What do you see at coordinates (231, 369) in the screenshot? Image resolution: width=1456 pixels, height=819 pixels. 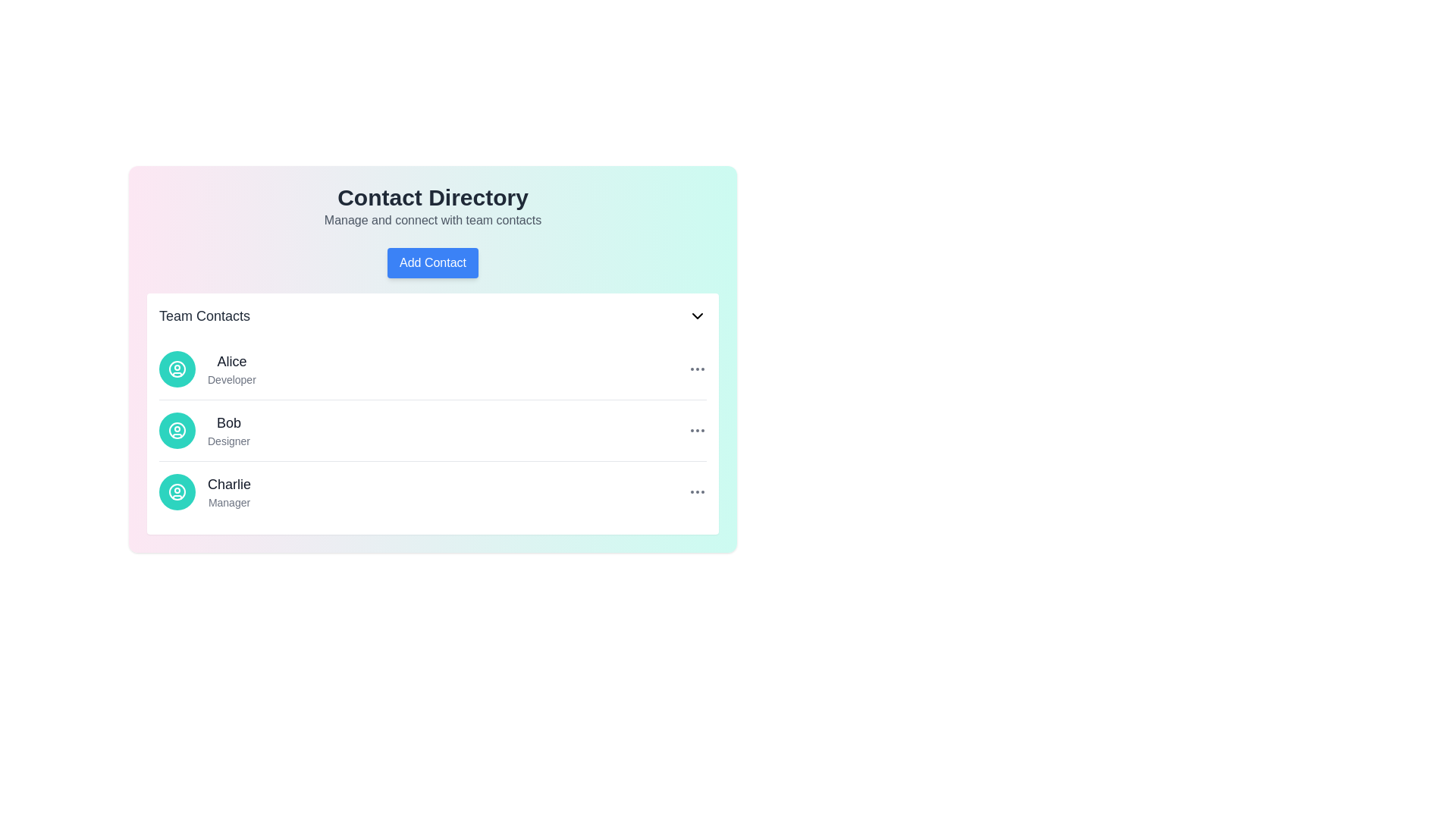 I see `the text label that displays 'Alice' in bold and 'Developer' in smaller gray font, which is the first entry in the list of contact information blocks under the 'Team Contacts' header` at bounding box center [231, 369].